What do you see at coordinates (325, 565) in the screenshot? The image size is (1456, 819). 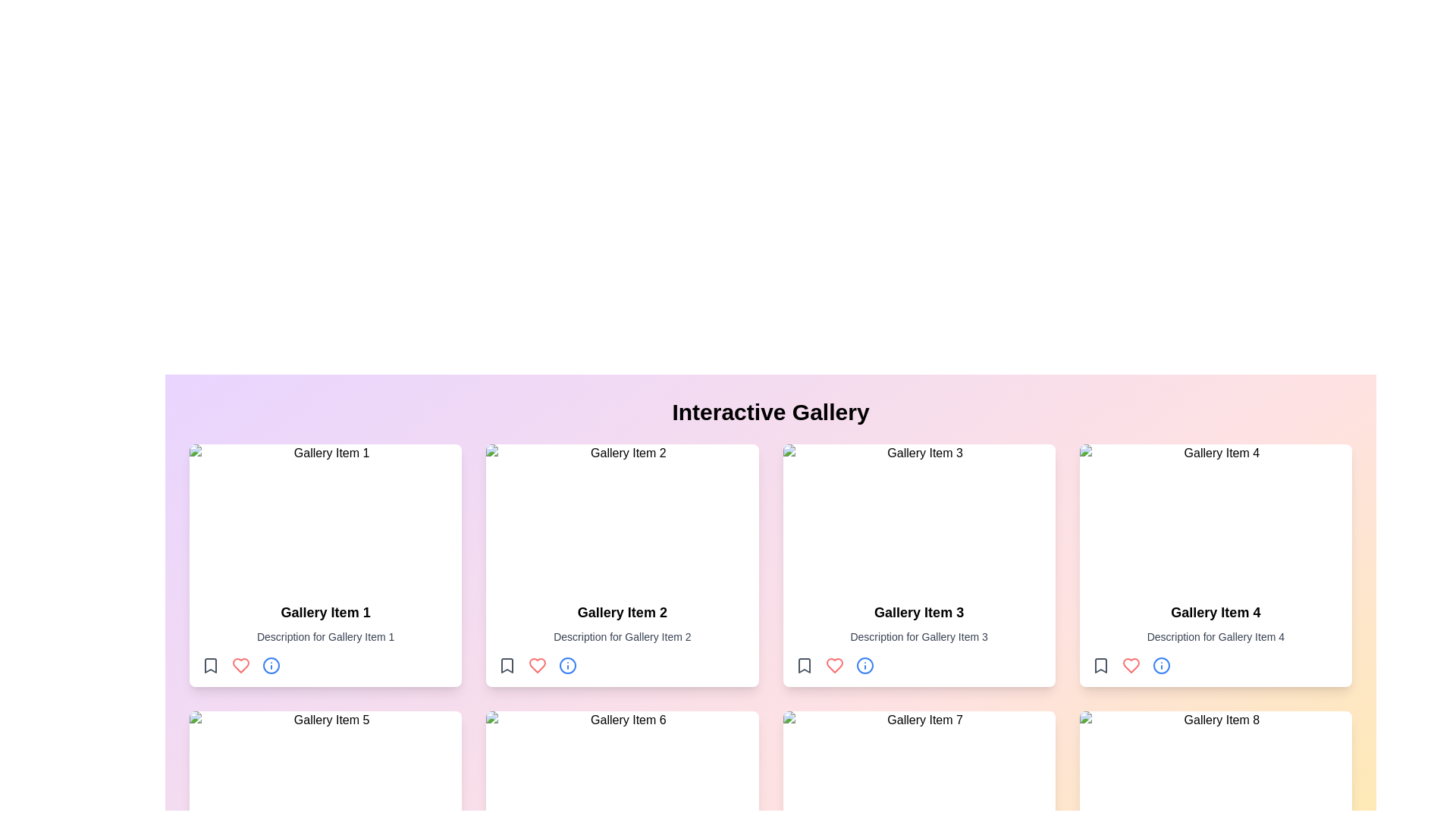 I see `the image in the card titled 'Gallery Item 1' located in the top-left corner of the gallery interface` at bounding box center [325, 565].